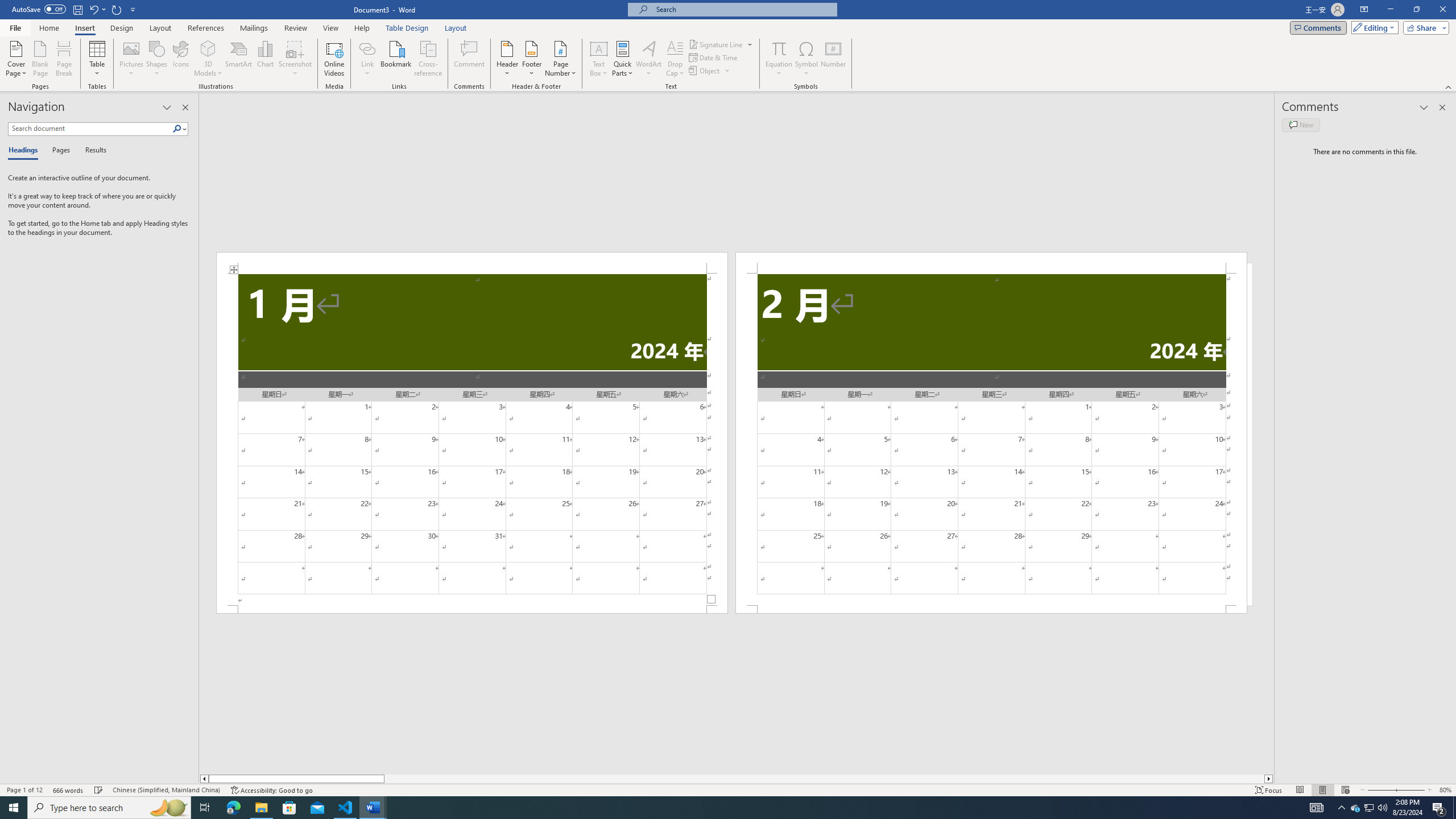 This screenshot has height=819, width=1456. I want to click on 'Link', so click(367, 48).